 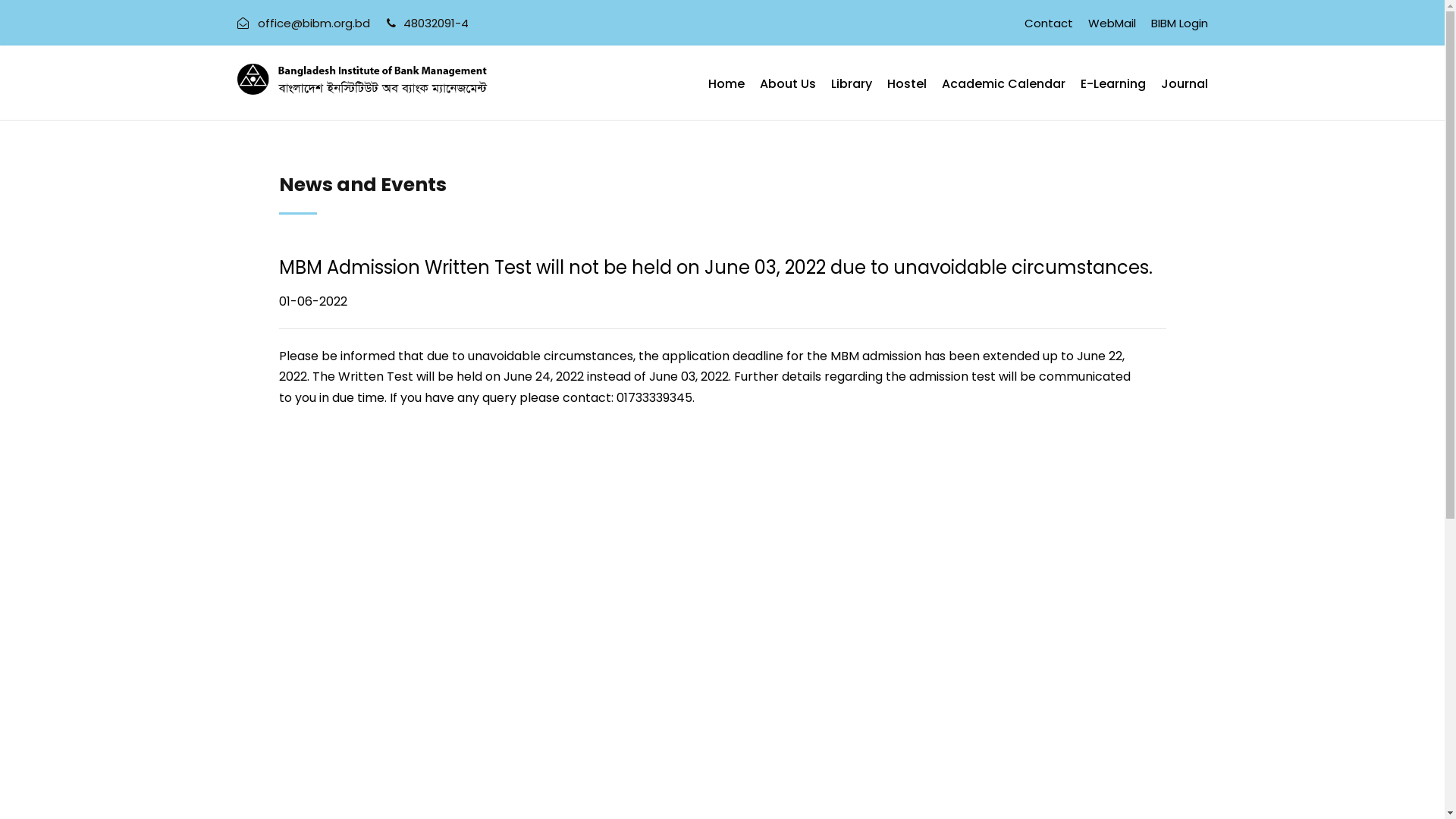 I want to click on 'BIBM Login', so click(x=1150, y=30).